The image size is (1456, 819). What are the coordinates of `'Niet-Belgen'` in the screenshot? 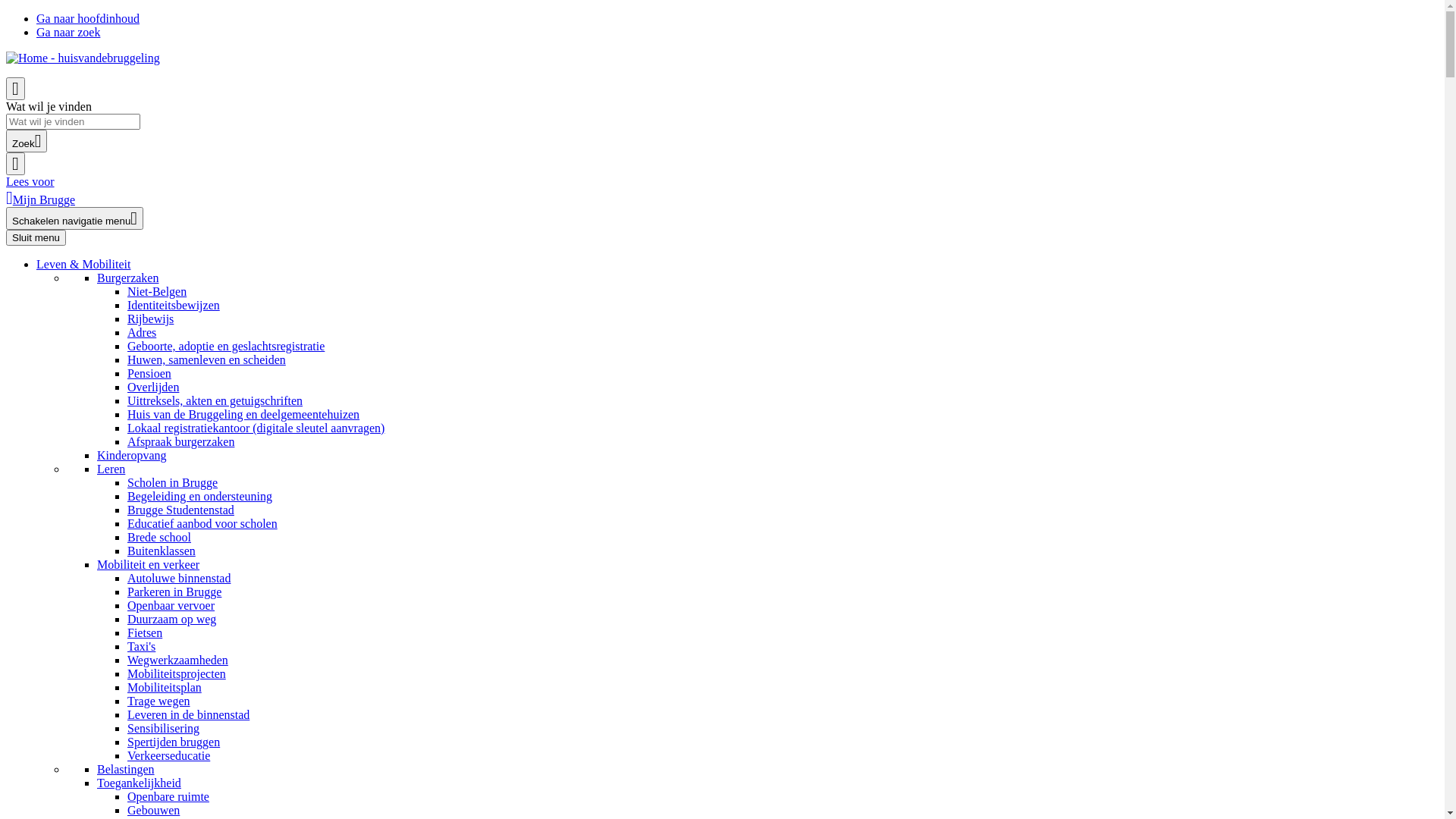 It's located at (156, 291).